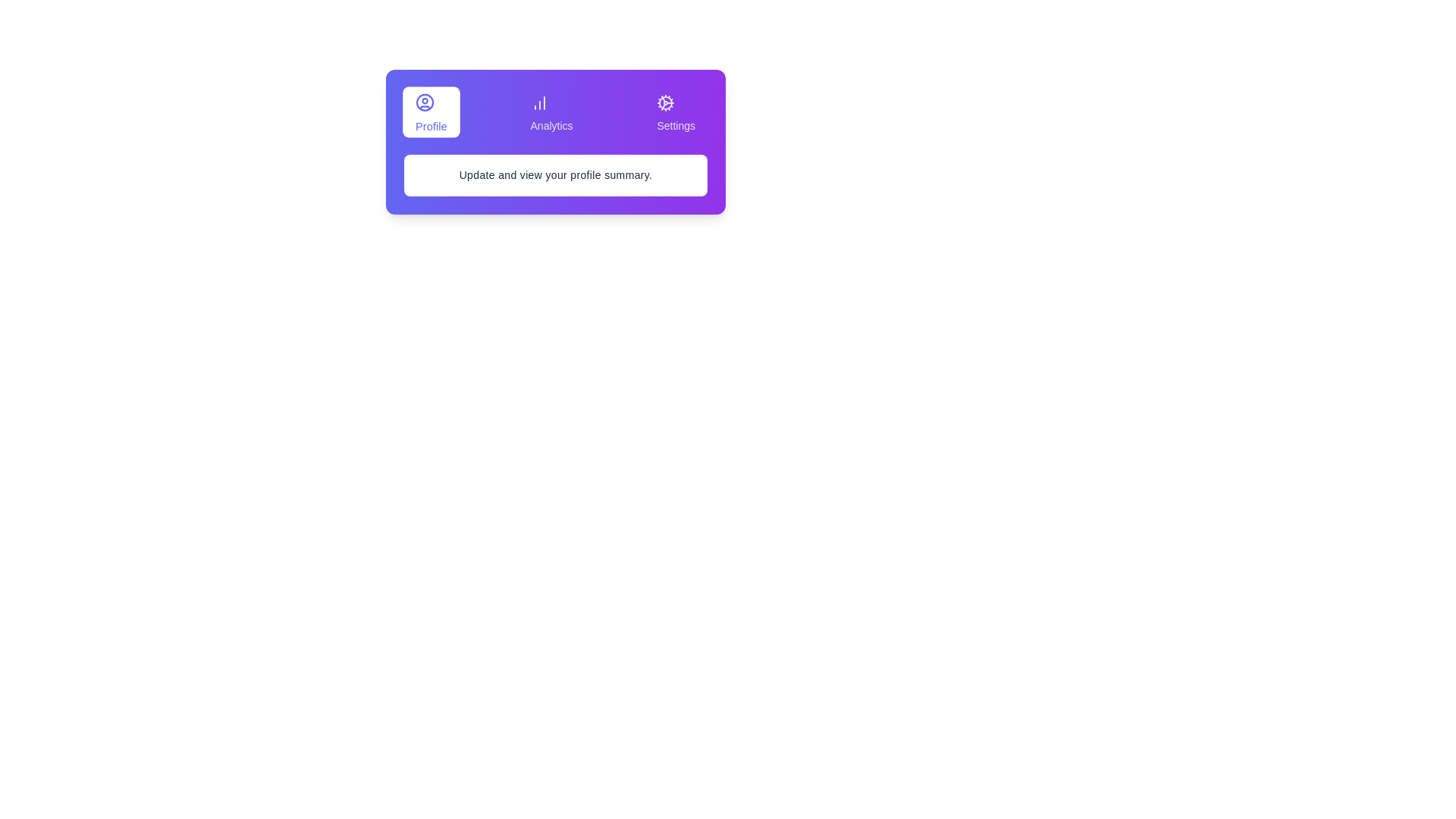  What do you see at coordinates (551, 111) in the screenshot?
I see `the Analytics tab to view its content` at bounding box center [551, 111].